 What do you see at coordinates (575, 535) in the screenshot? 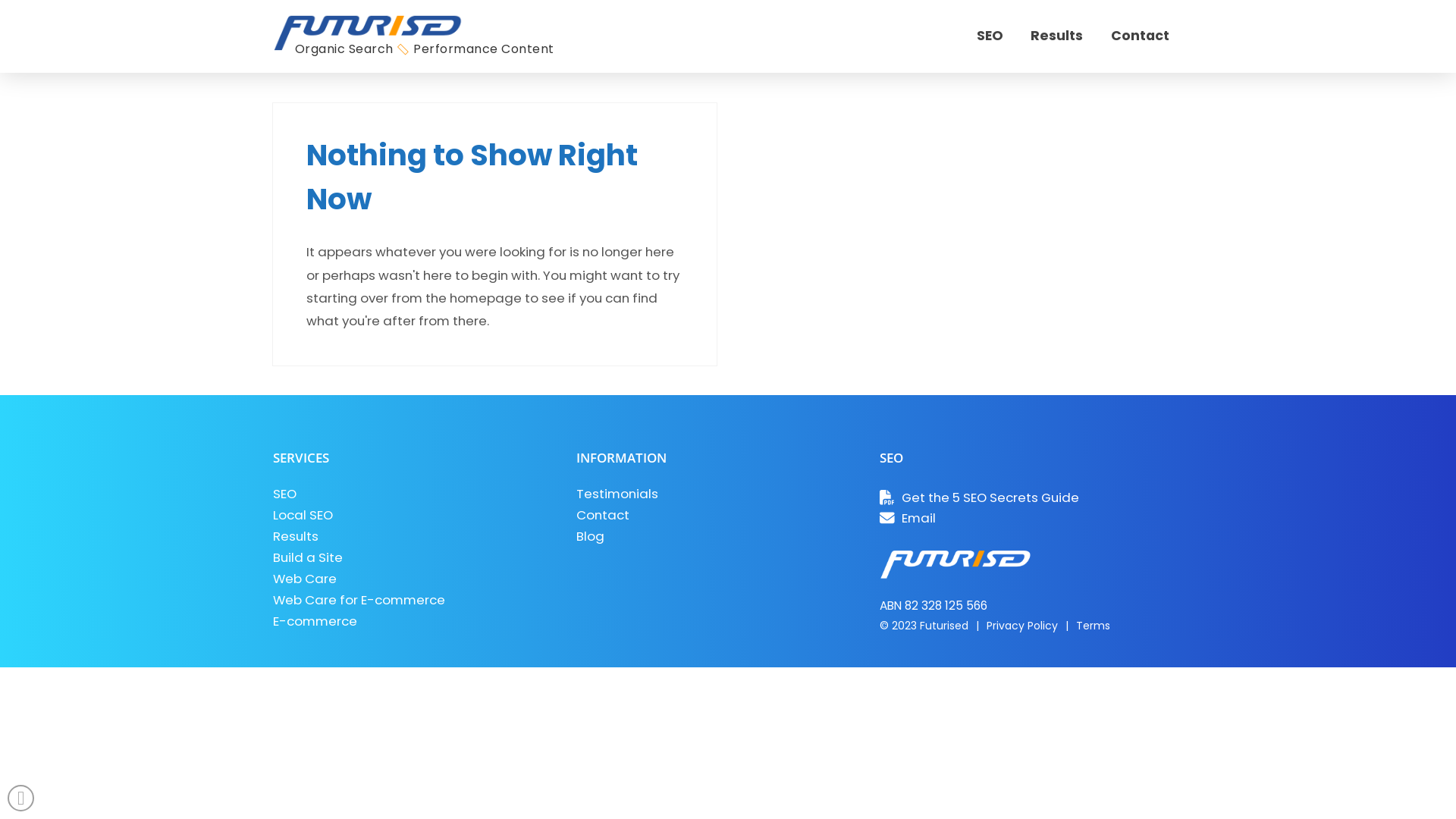
I see `'Blog'` at bounding box center [575, 535].